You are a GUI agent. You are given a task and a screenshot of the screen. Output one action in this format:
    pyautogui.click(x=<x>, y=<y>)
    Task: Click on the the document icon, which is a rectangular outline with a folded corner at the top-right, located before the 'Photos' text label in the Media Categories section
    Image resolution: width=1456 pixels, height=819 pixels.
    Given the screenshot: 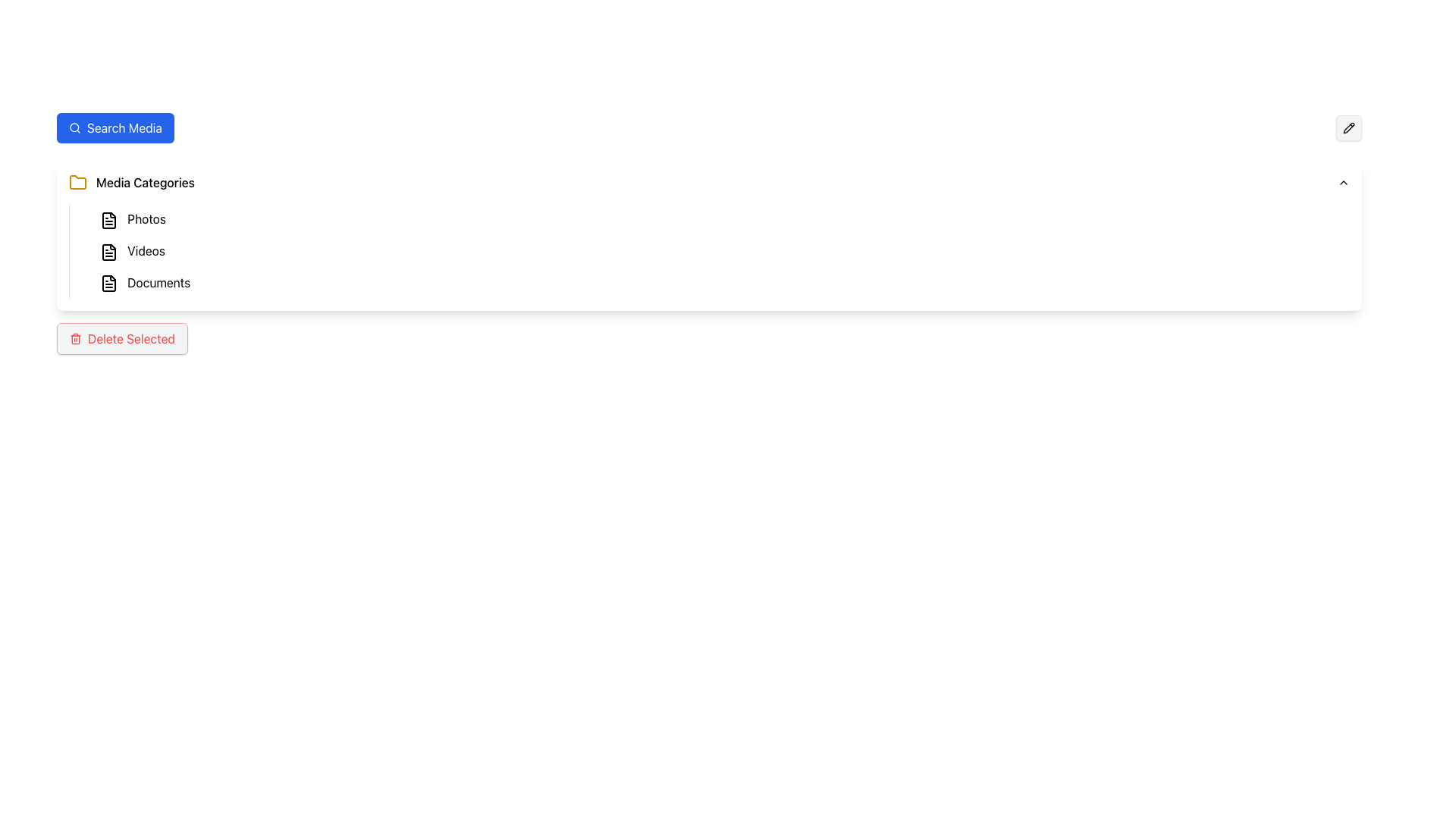 What is the action you would take?
    pyautogui.click(x=108, y=250)
    